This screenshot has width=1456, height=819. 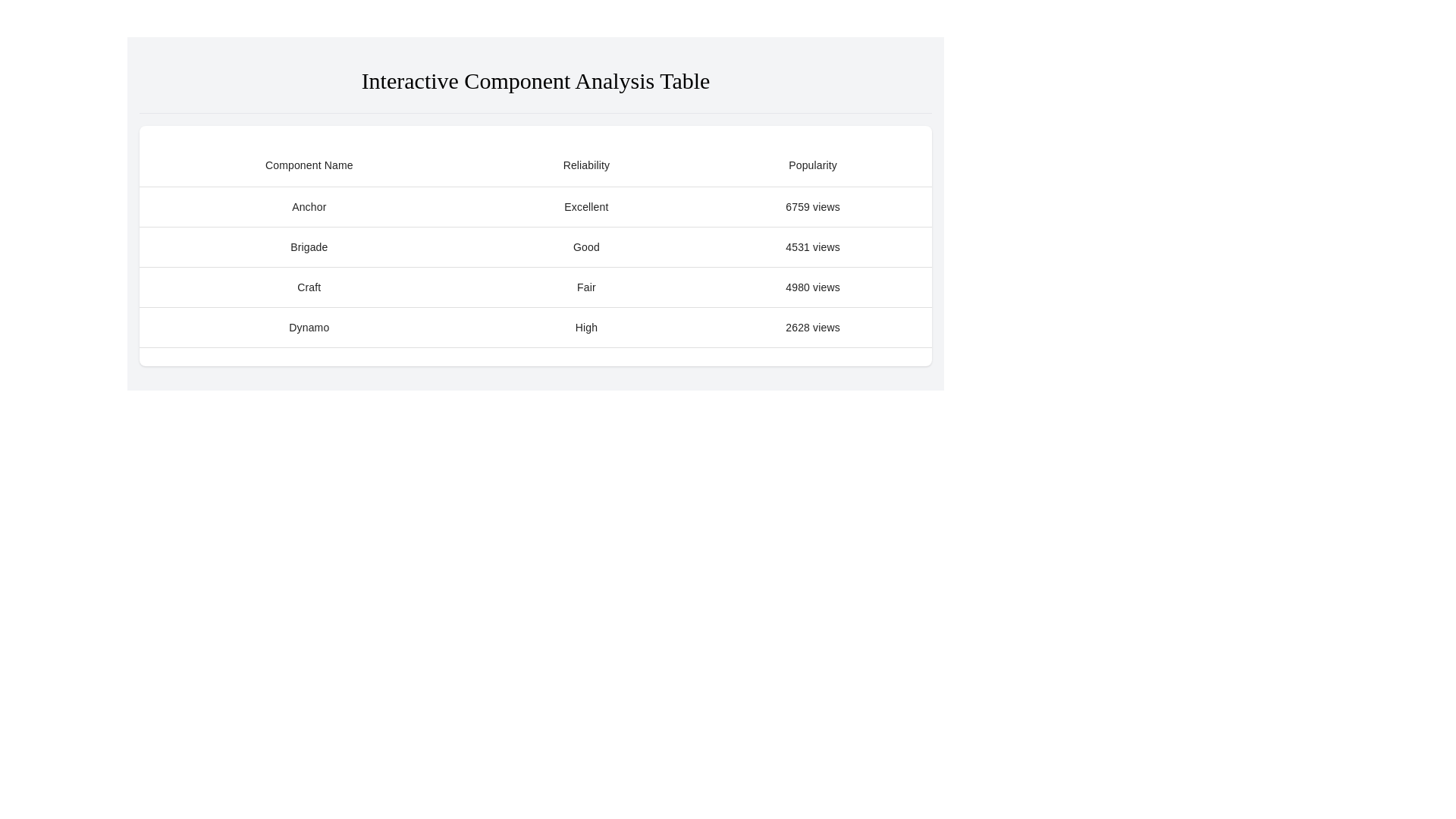 I want to click on the static text display that reads 'High' in the second column under the 'Reliability' header, located in the fourth row of the table for 'Dynamo', so click(x=585, y=327).